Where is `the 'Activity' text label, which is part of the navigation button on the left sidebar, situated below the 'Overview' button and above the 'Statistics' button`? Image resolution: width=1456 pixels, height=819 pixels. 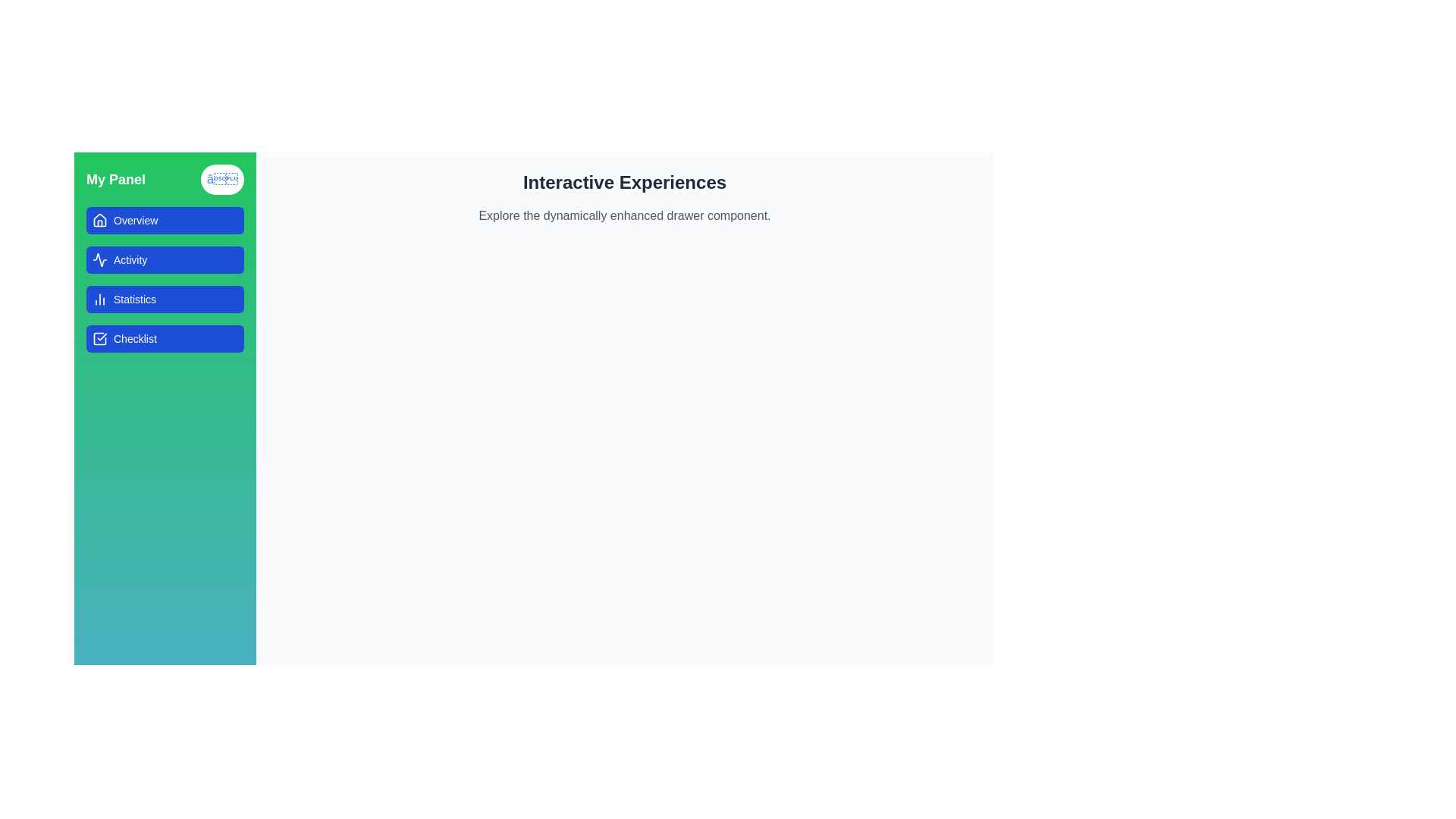
the 'Activity' text label, which is part of the navigation button on the left sidebar, situated below the 'Overview' button and above the 'Statistics' button is located at coordinates (130, 259).